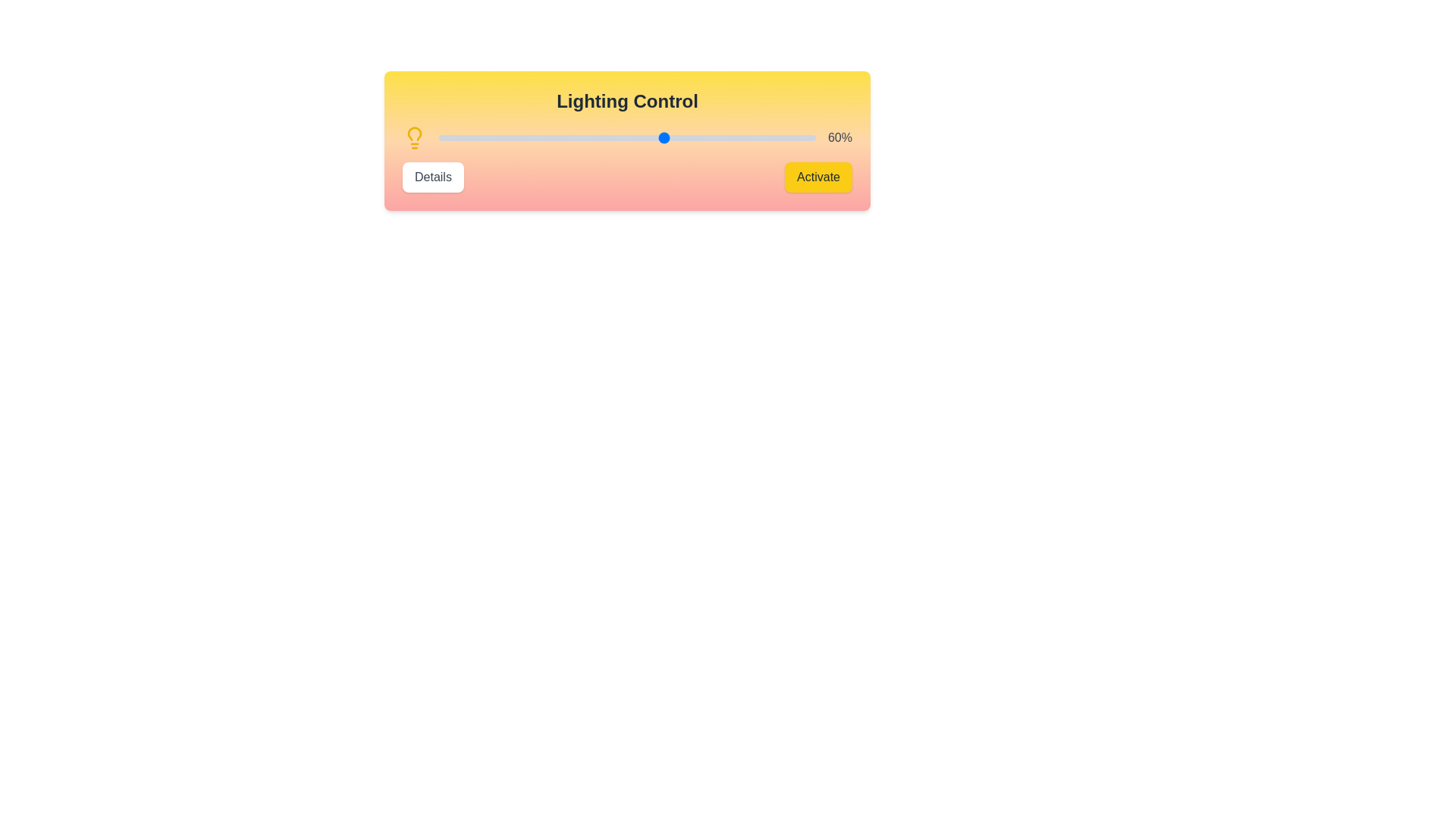 The height and width of the screenshot is (819, 1456). What do you see at coordinates (817, 177) in the screenshot?
I see `the 'Activate' button to turn on the light` at bounding box center [817, 177].